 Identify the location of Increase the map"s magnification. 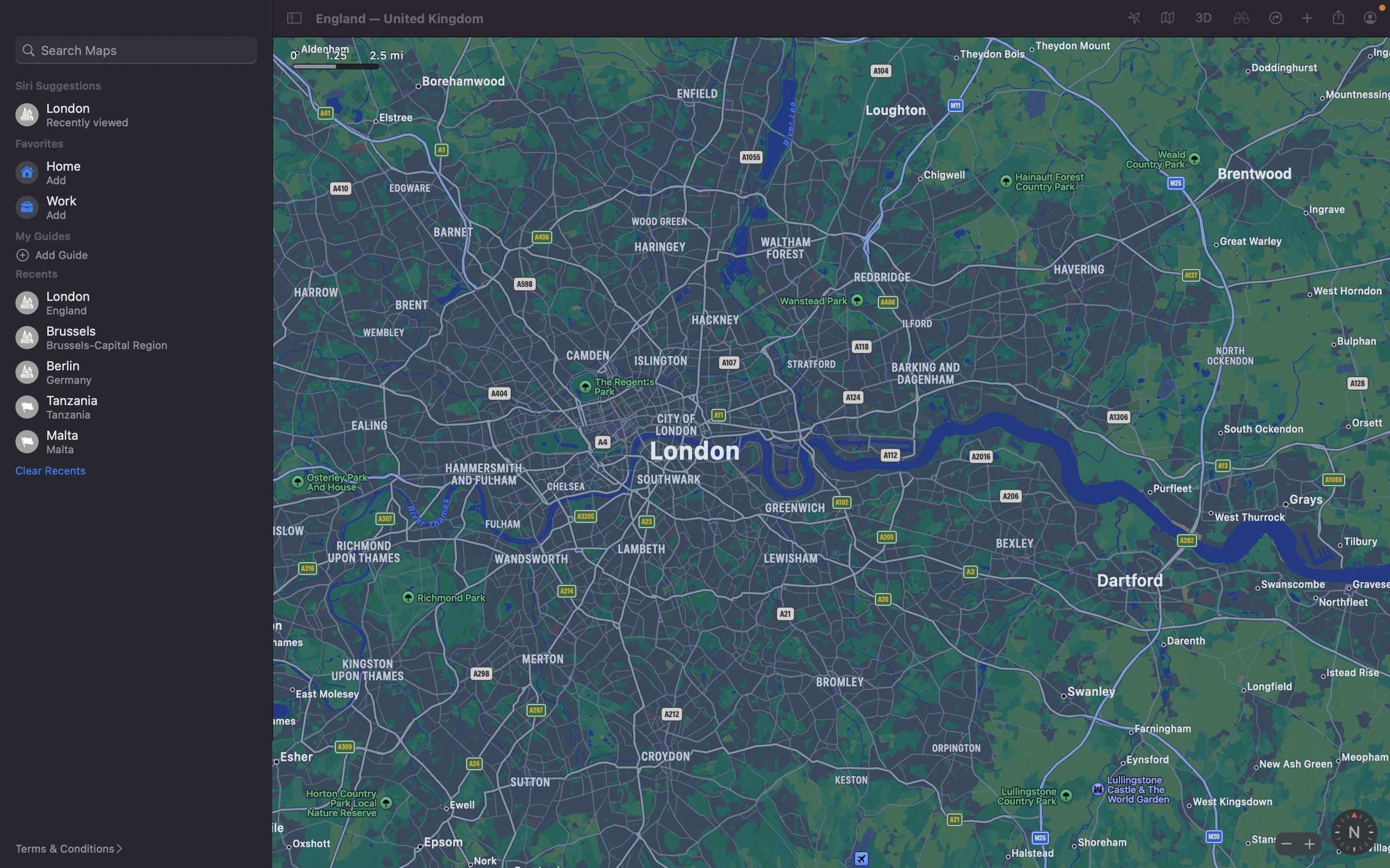
(1307, 843).